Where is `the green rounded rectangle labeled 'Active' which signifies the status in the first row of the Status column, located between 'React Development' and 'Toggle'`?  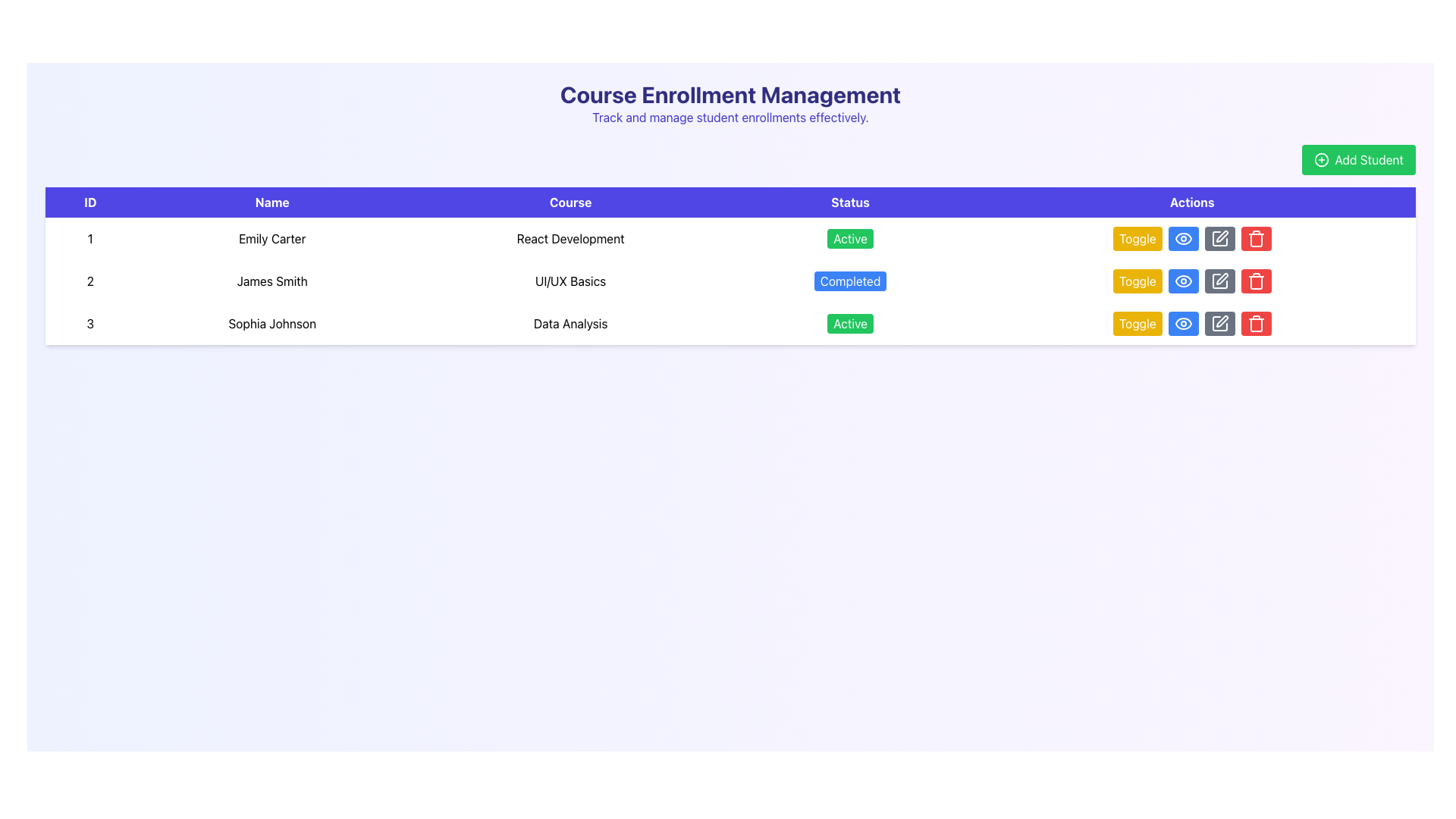 the green rounded rectangle labeled 'Active' which signifies the status in the first row of the Status column, located between 'React Development' and 'Toggle' is located at coordinates (850, 239).